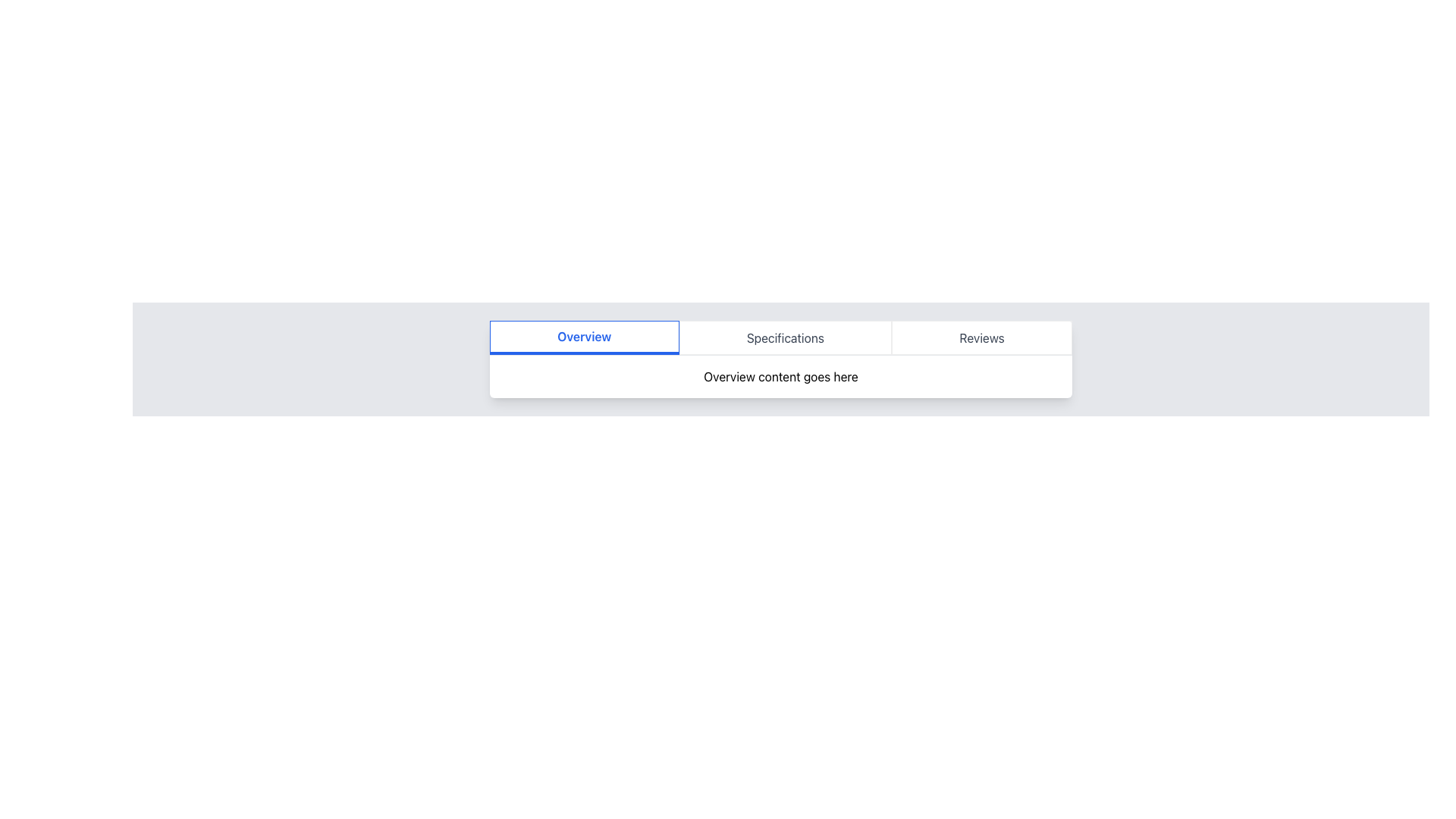 Image resolution: width=1456 pixels, height=819 pixels. I want to click on the 'Specifications' option in the navigation bar, so click(785, 337).